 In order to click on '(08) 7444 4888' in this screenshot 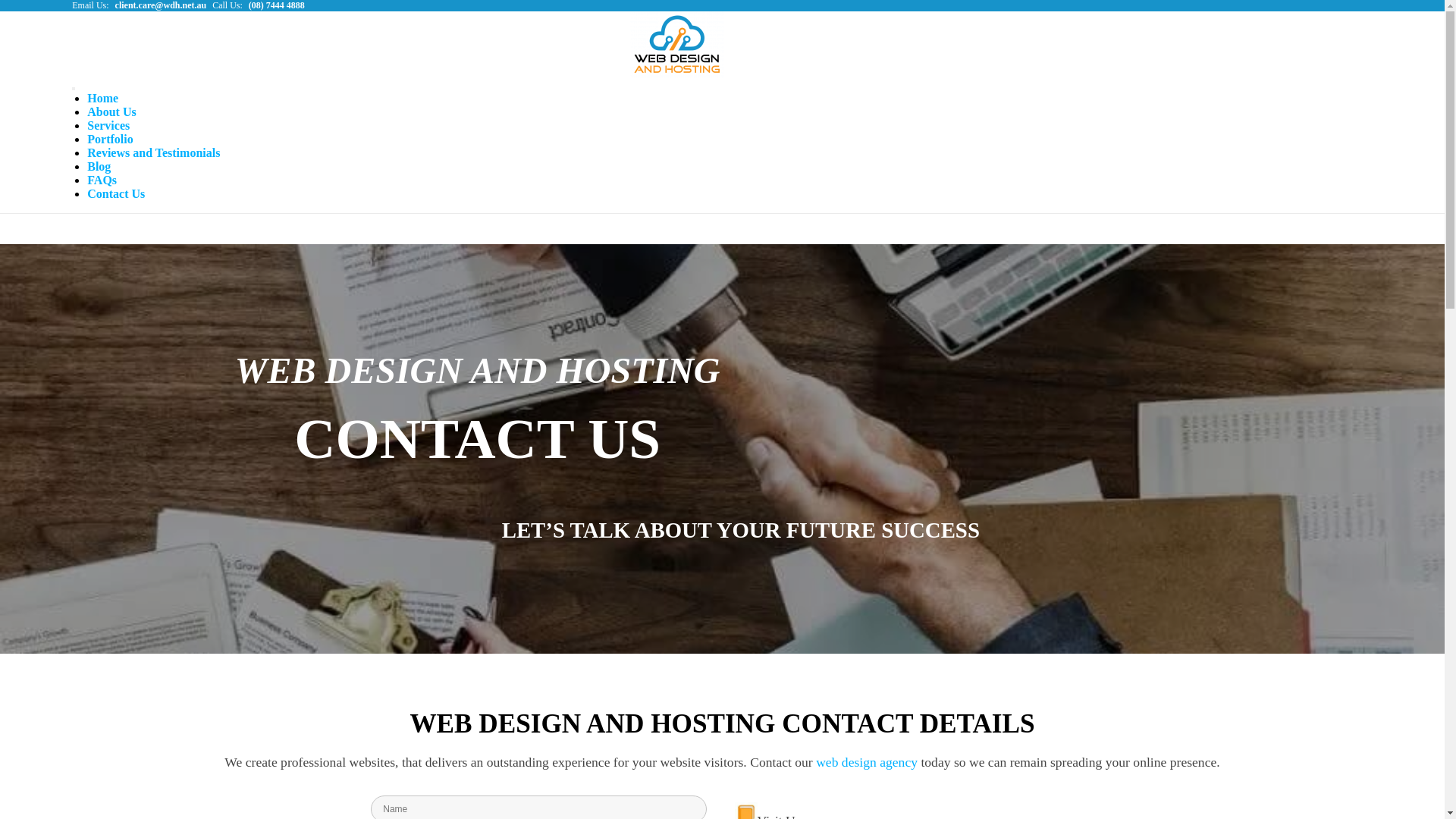, I will do `click(276, 5)`.